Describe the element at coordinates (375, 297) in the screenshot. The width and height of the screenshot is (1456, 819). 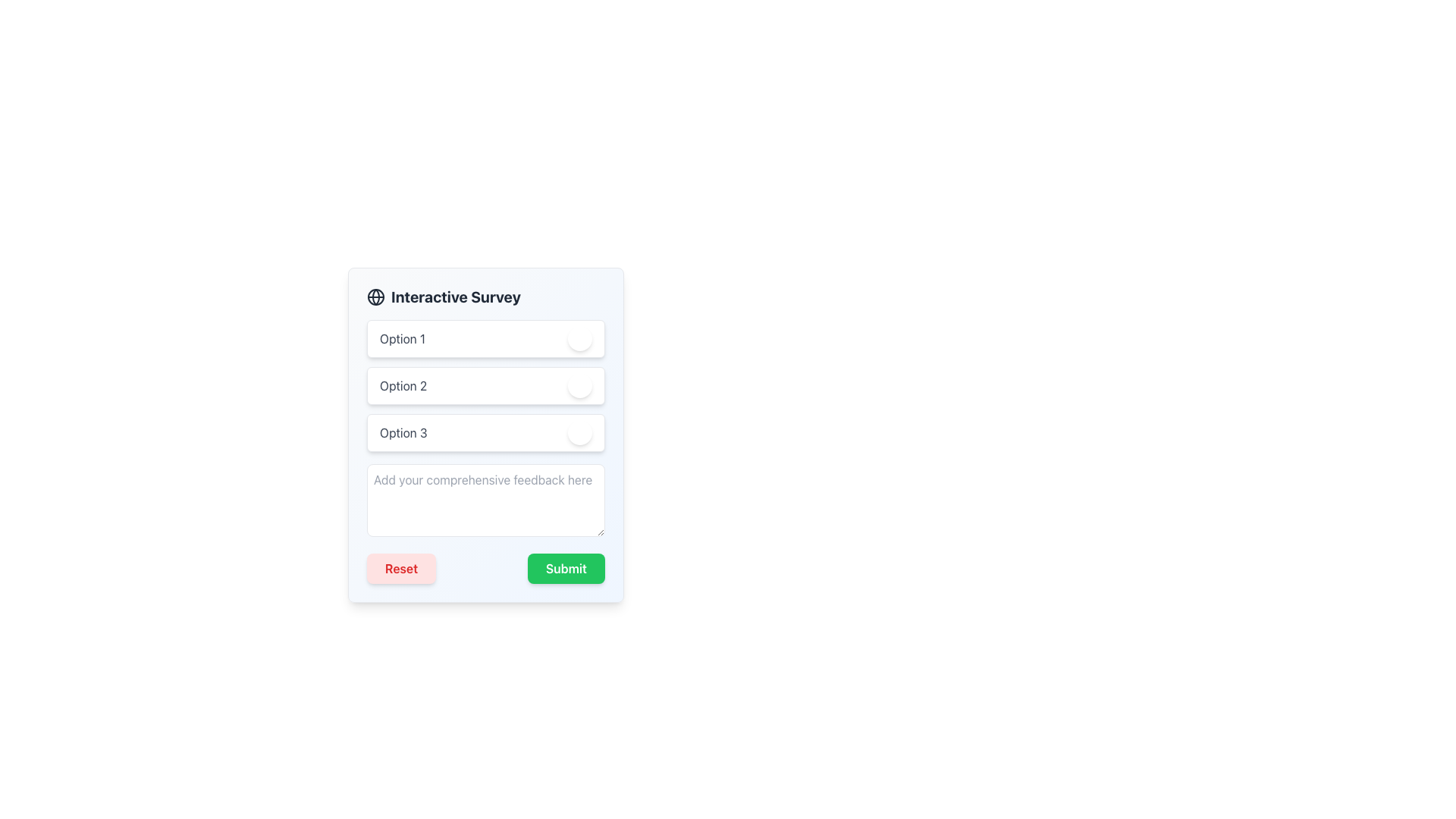
I see `the circle element that is part of the globe icon, located in the top-left quadrant near the title 'Interactive Survey'` at that location.